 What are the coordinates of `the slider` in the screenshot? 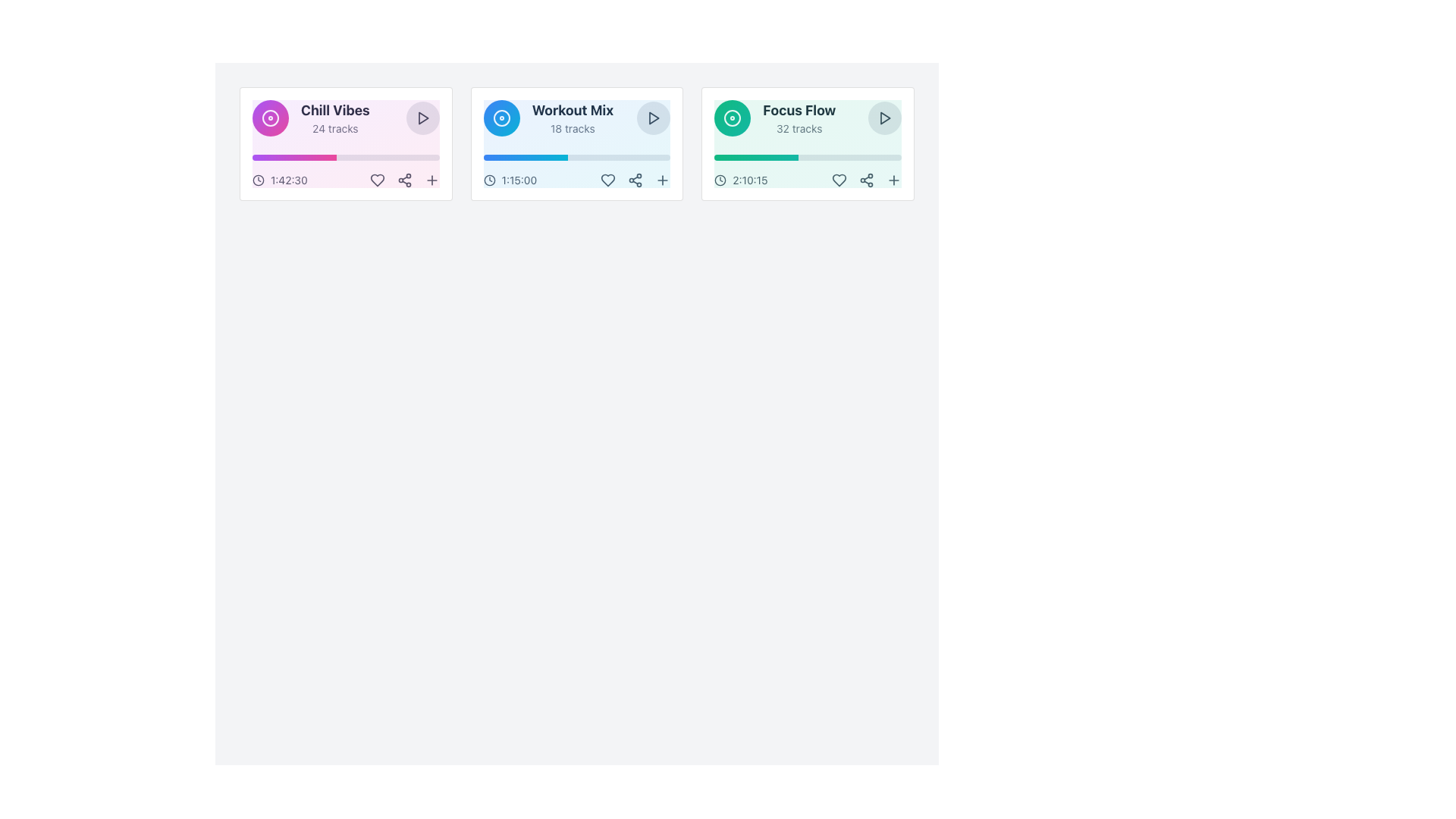 It's located at (483, 158).